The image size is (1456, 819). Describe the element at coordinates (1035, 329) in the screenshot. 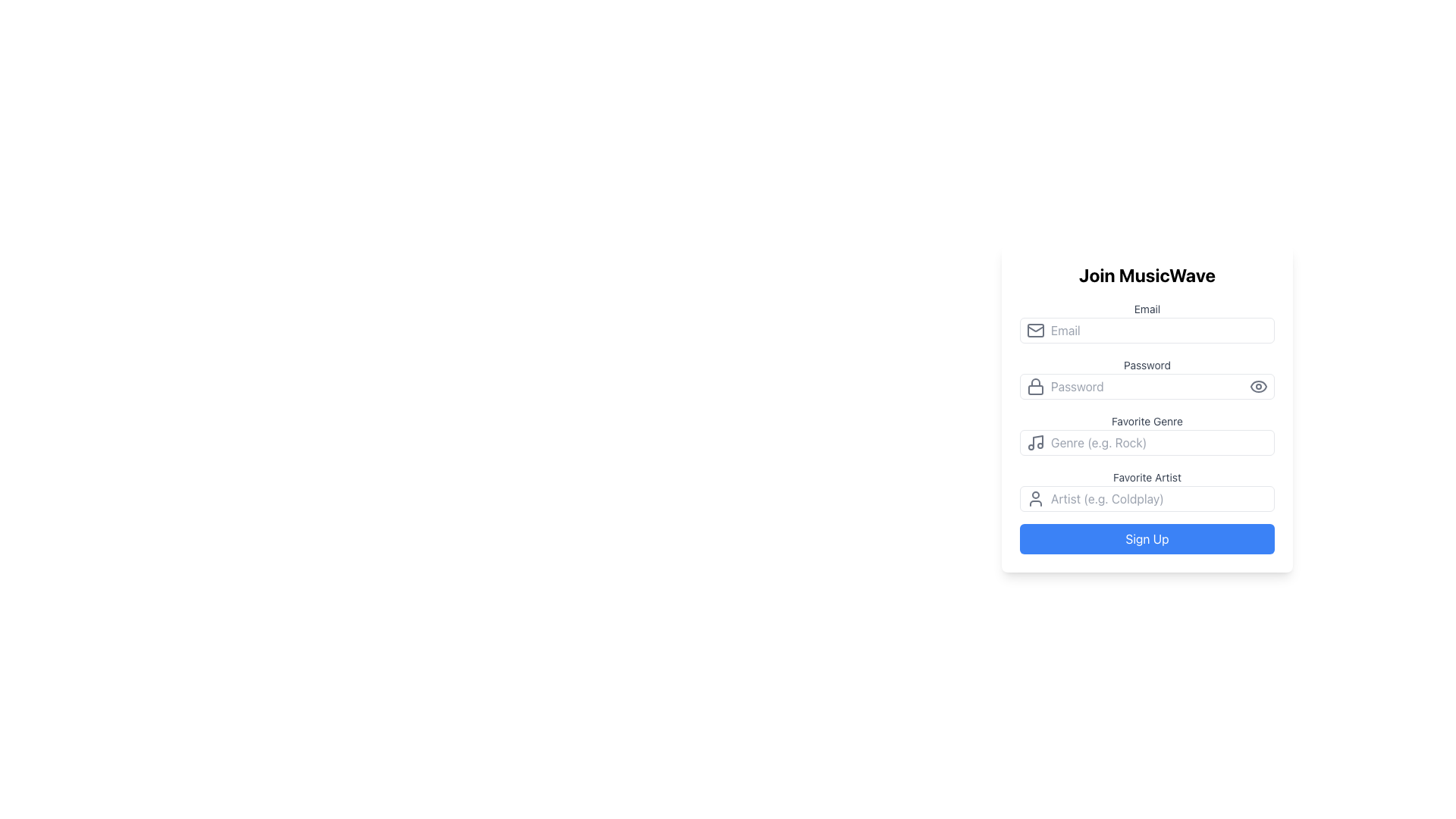

I see `the main body of the envelope in the email icon, which is the leftmost graphic aligned to the 'Email' text field` at that location.